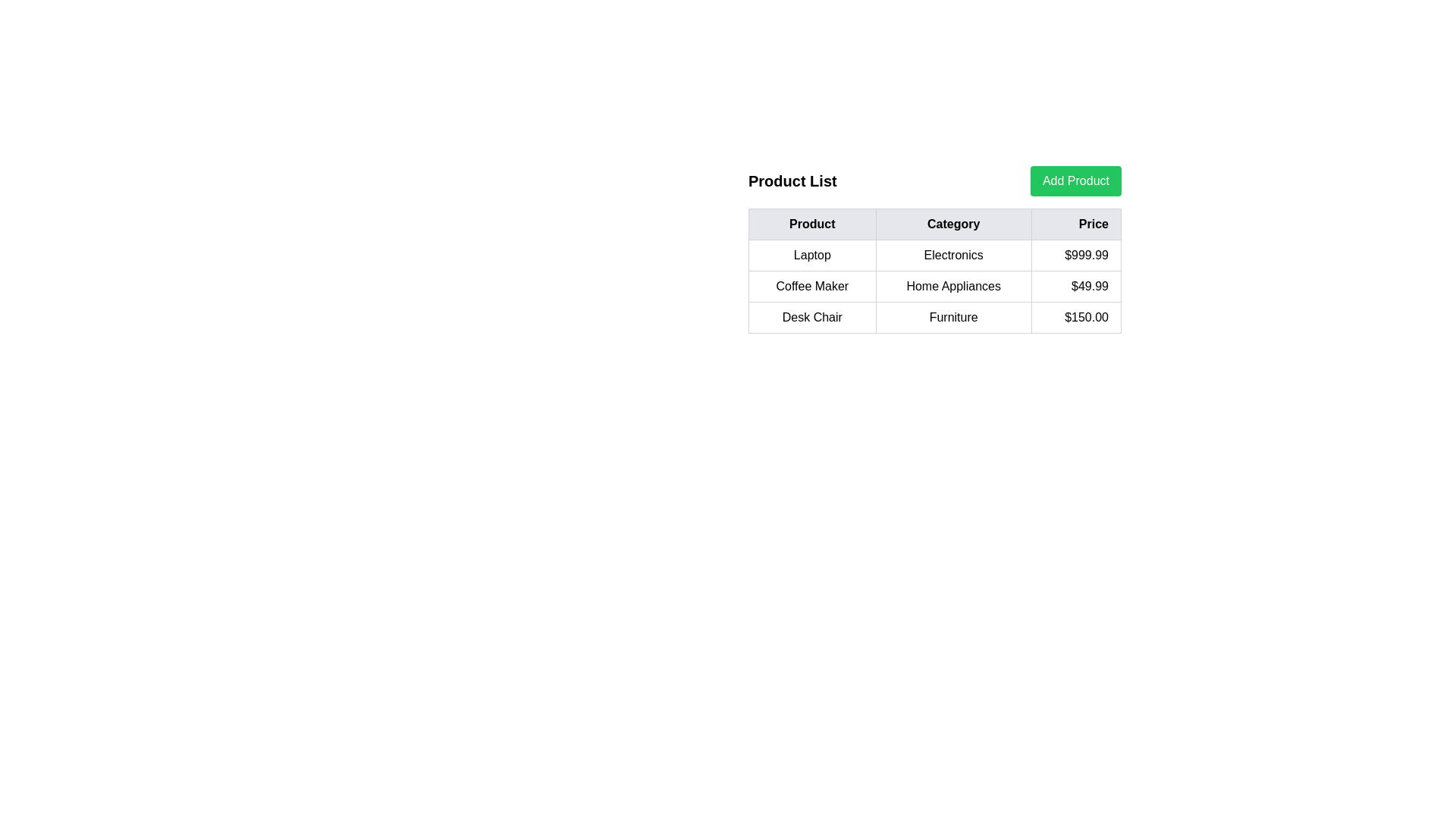 The image size is (1456, 819). Describe the element at coordinates (934, 249) in the screenshot. I see `the table cell in the 'Category' column associated with the 'Laptop' product row, which displays the text 'Electronics'` at that location.